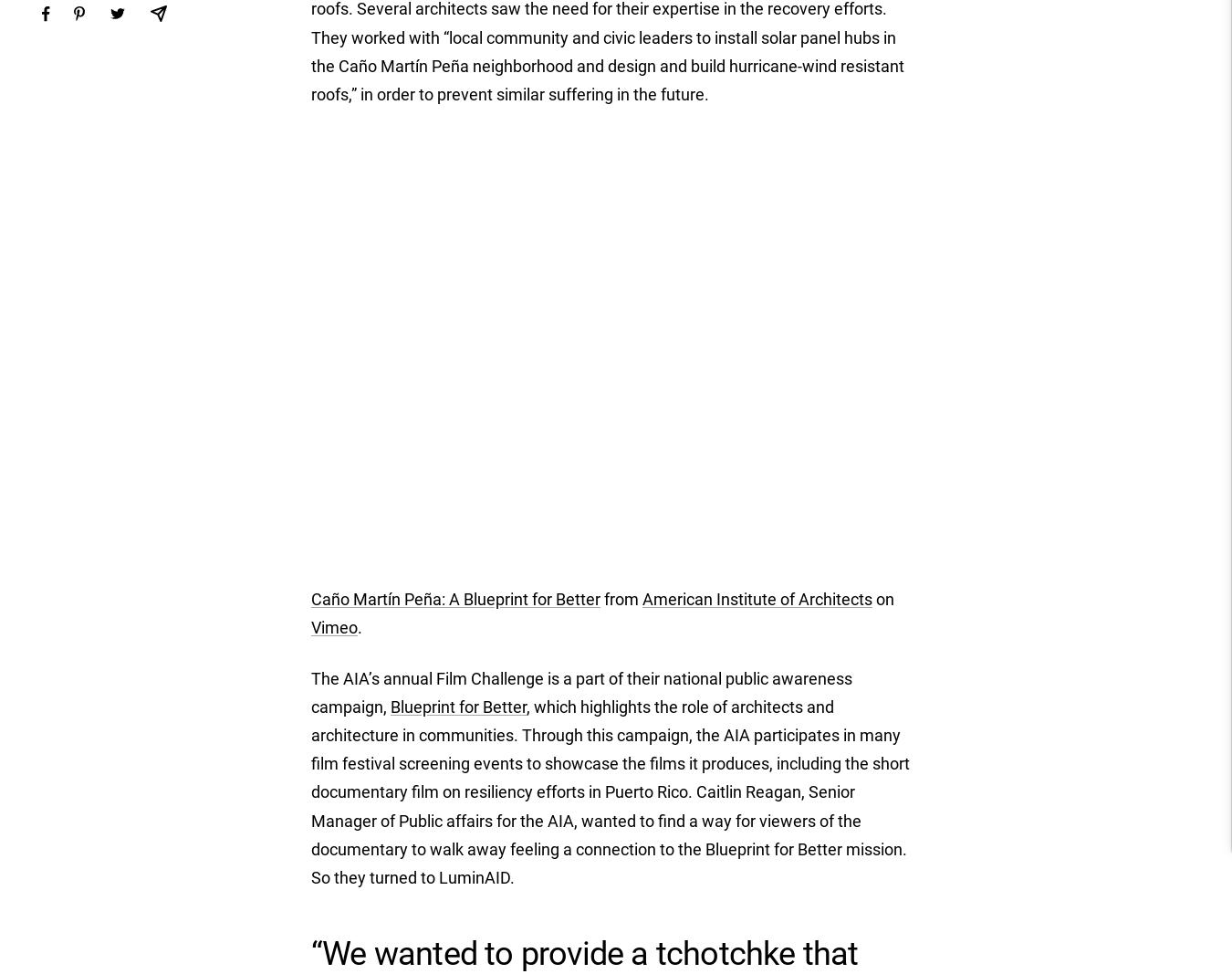 Image resolution: width=1232 pixels, height=974 pixels. Describe the element at coordinates (877, 255) in the screenshot. I see `'Italy (EUR €)'` at that location.